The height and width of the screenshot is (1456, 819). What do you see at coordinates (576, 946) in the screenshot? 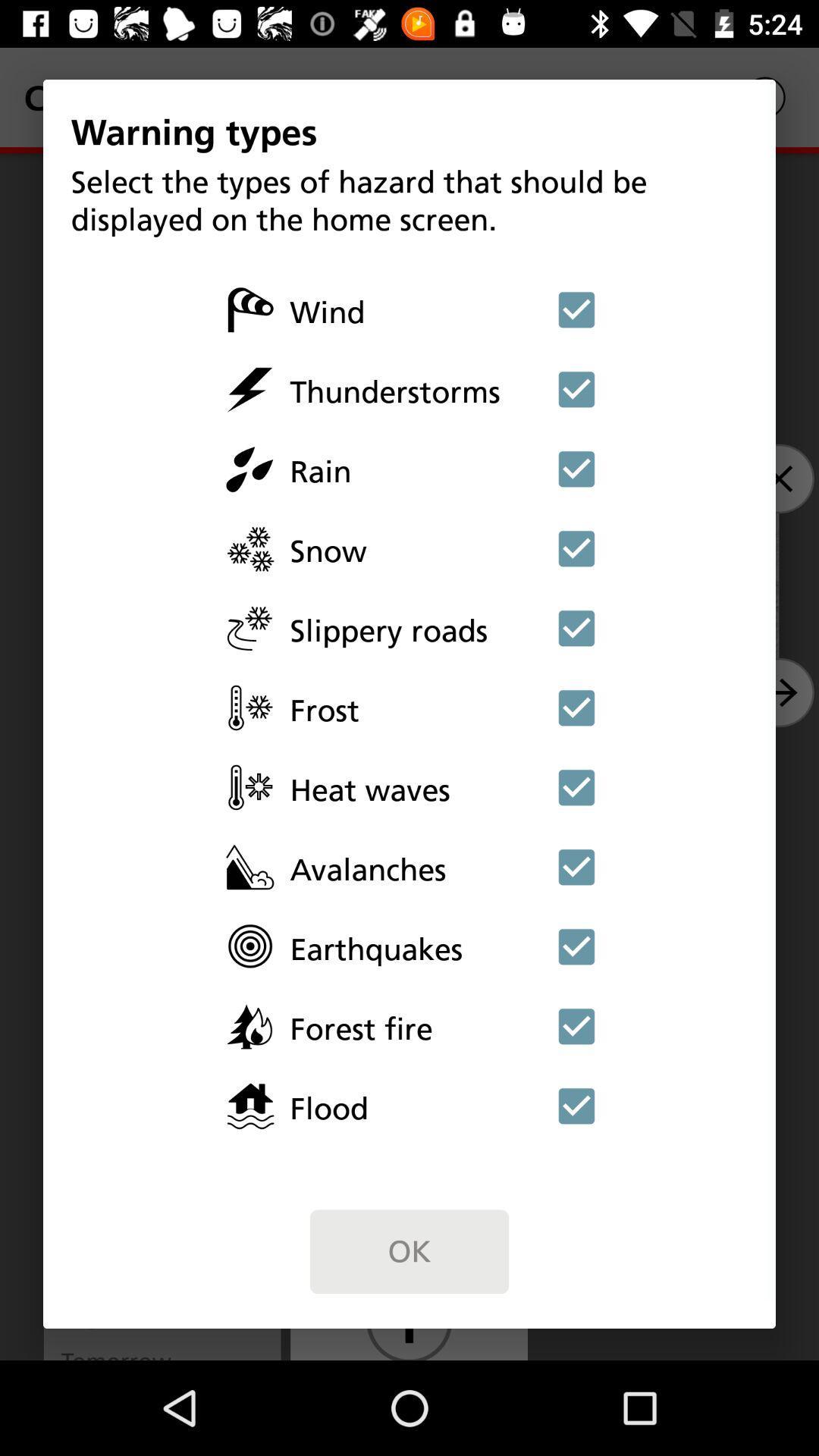
I see `earthquakes check box` at bounding box center [576, 946].